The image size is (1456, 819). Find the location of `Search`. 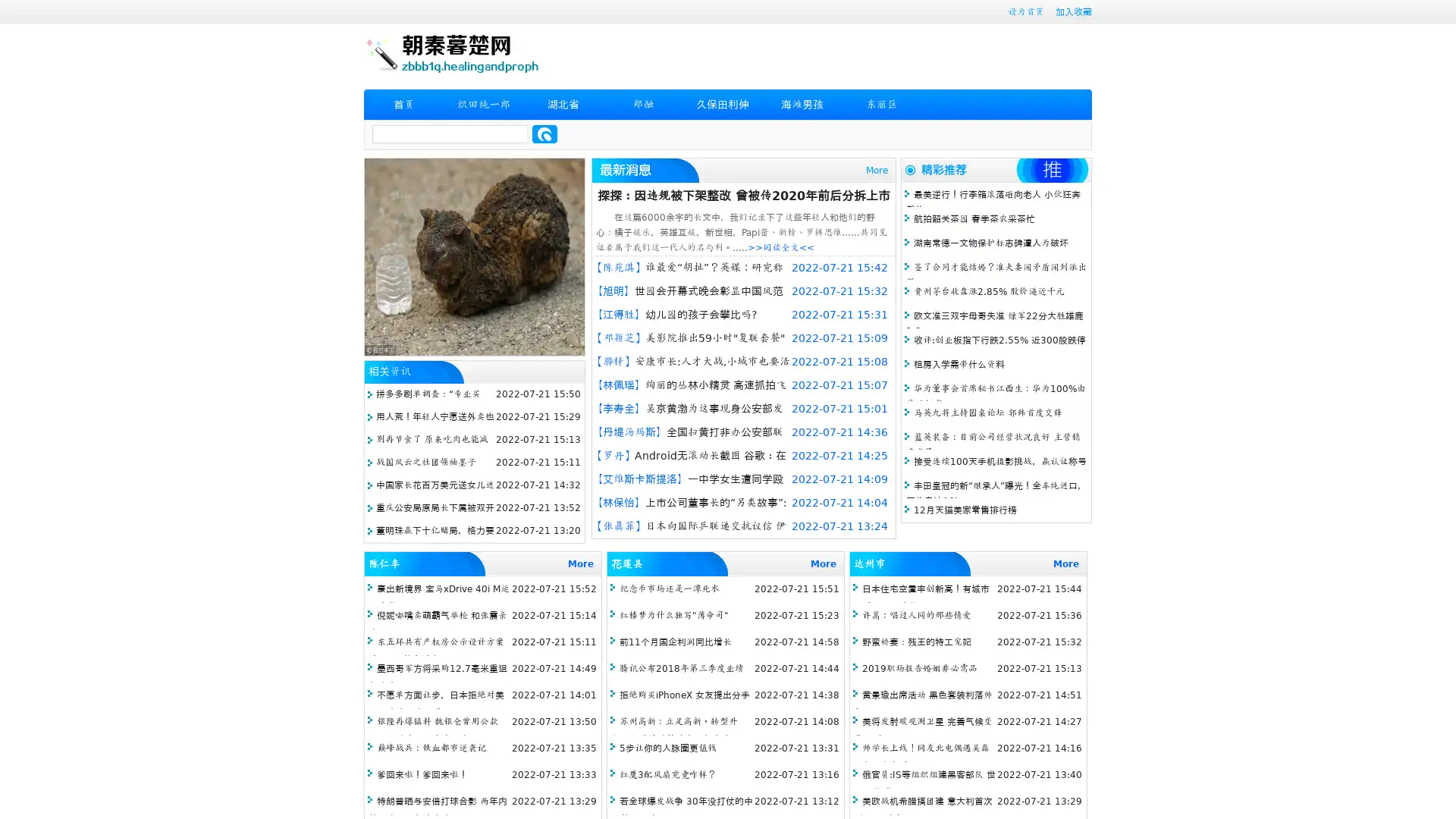

Search is located at coordinates (544, 133).